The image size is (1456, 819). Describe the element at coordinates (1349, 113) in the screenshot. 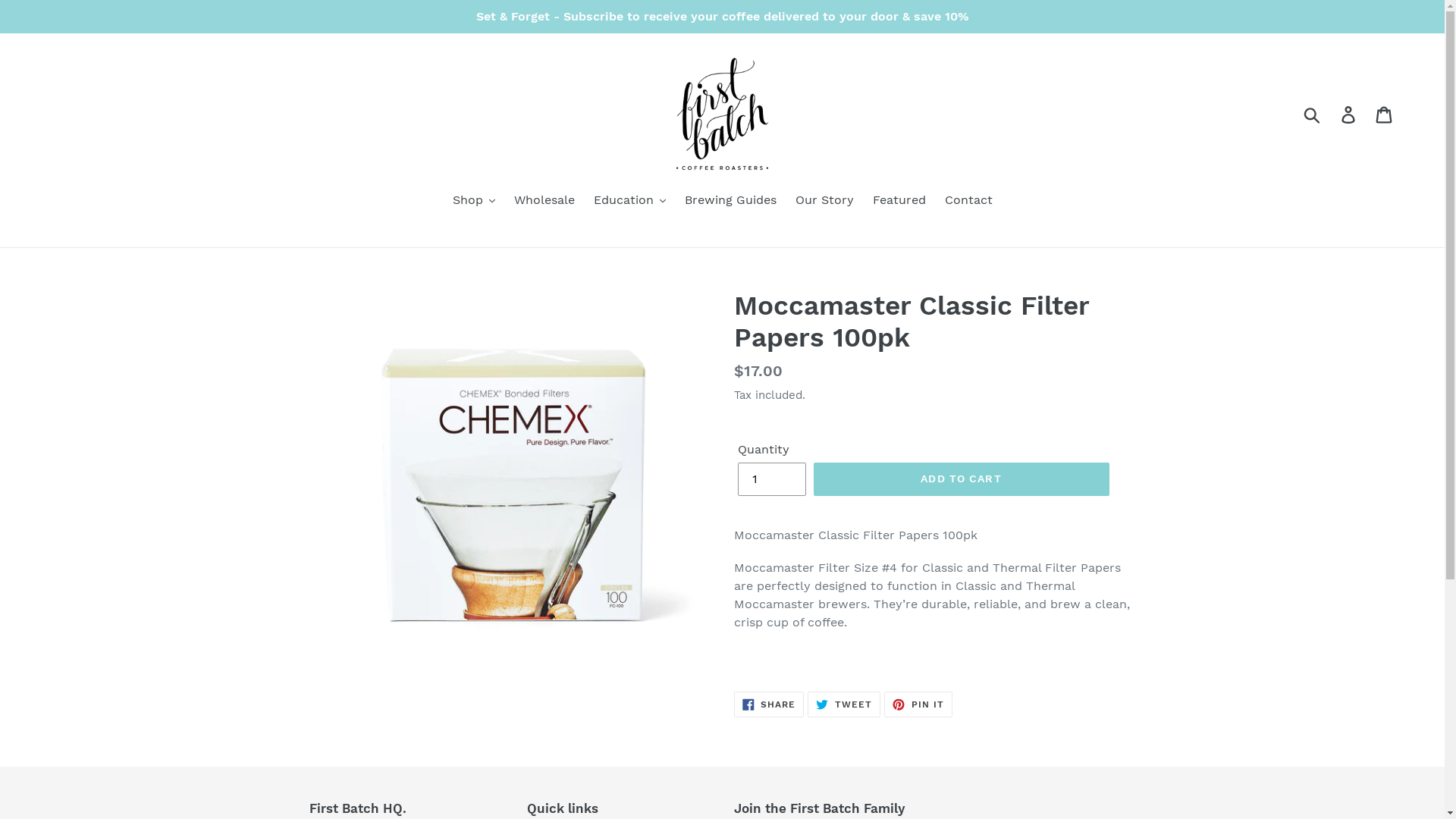

I see `'Log in'` at that location.